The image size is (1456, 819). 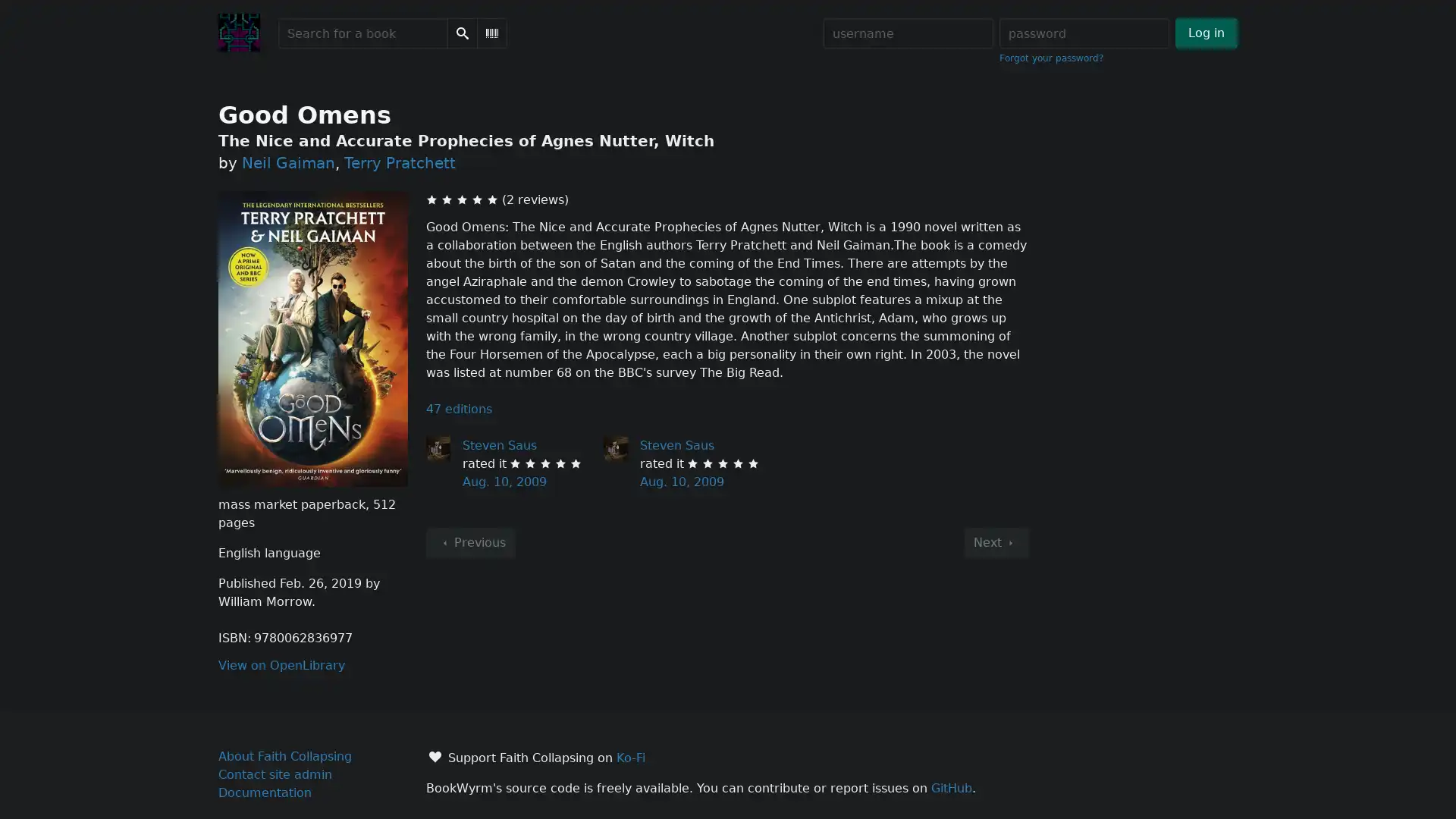 What do you see at coordinates (312, 337) in the screenshot?
I see `Good Omens (Paperback, 2019, William Morrow) Click to enlarge` at bounding box center [312, 337].